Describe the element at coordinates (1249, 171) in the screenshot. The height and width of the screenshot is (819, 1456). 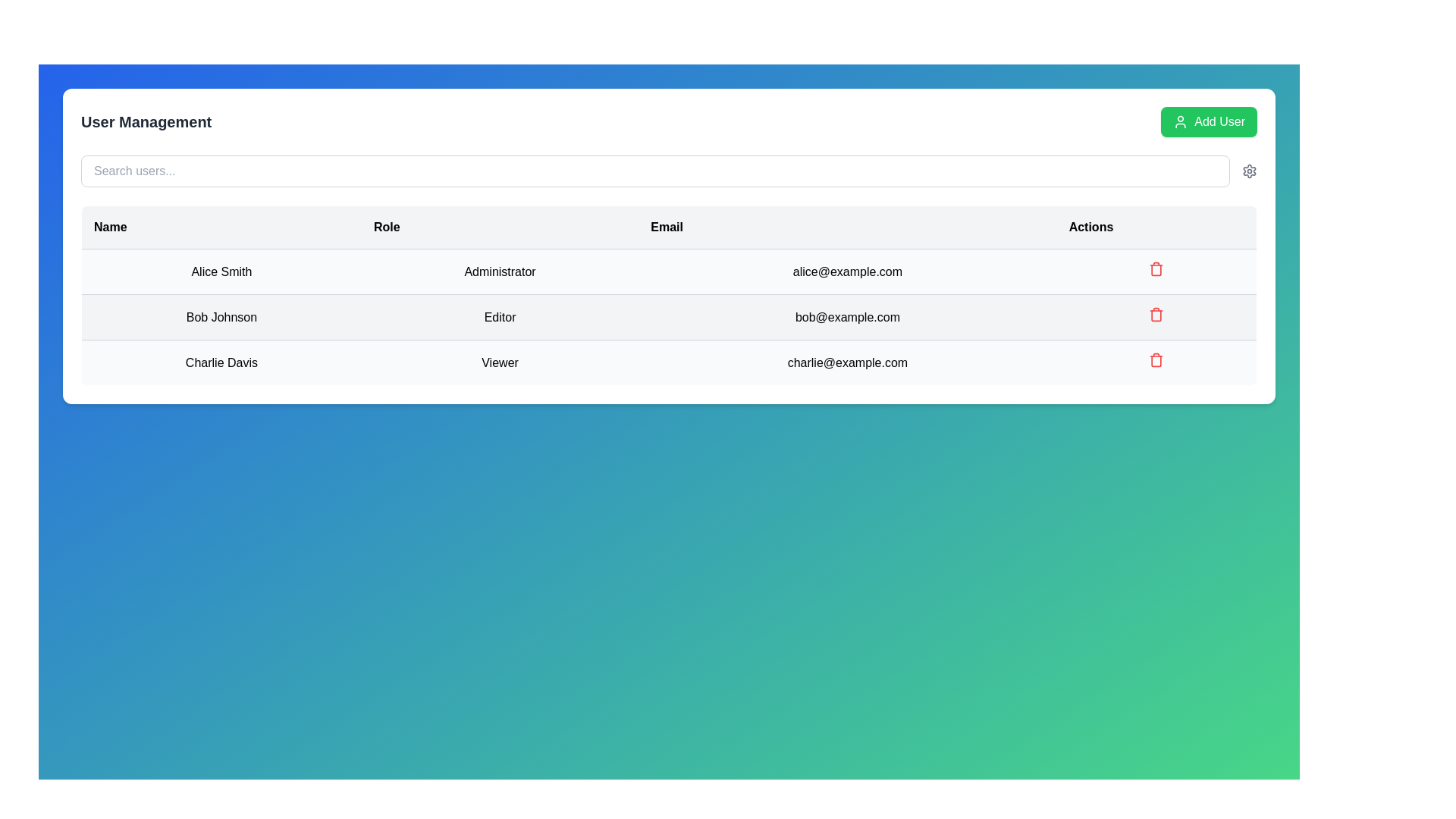
I see `the gear icon located in the top-right corner of the interface` at that location.